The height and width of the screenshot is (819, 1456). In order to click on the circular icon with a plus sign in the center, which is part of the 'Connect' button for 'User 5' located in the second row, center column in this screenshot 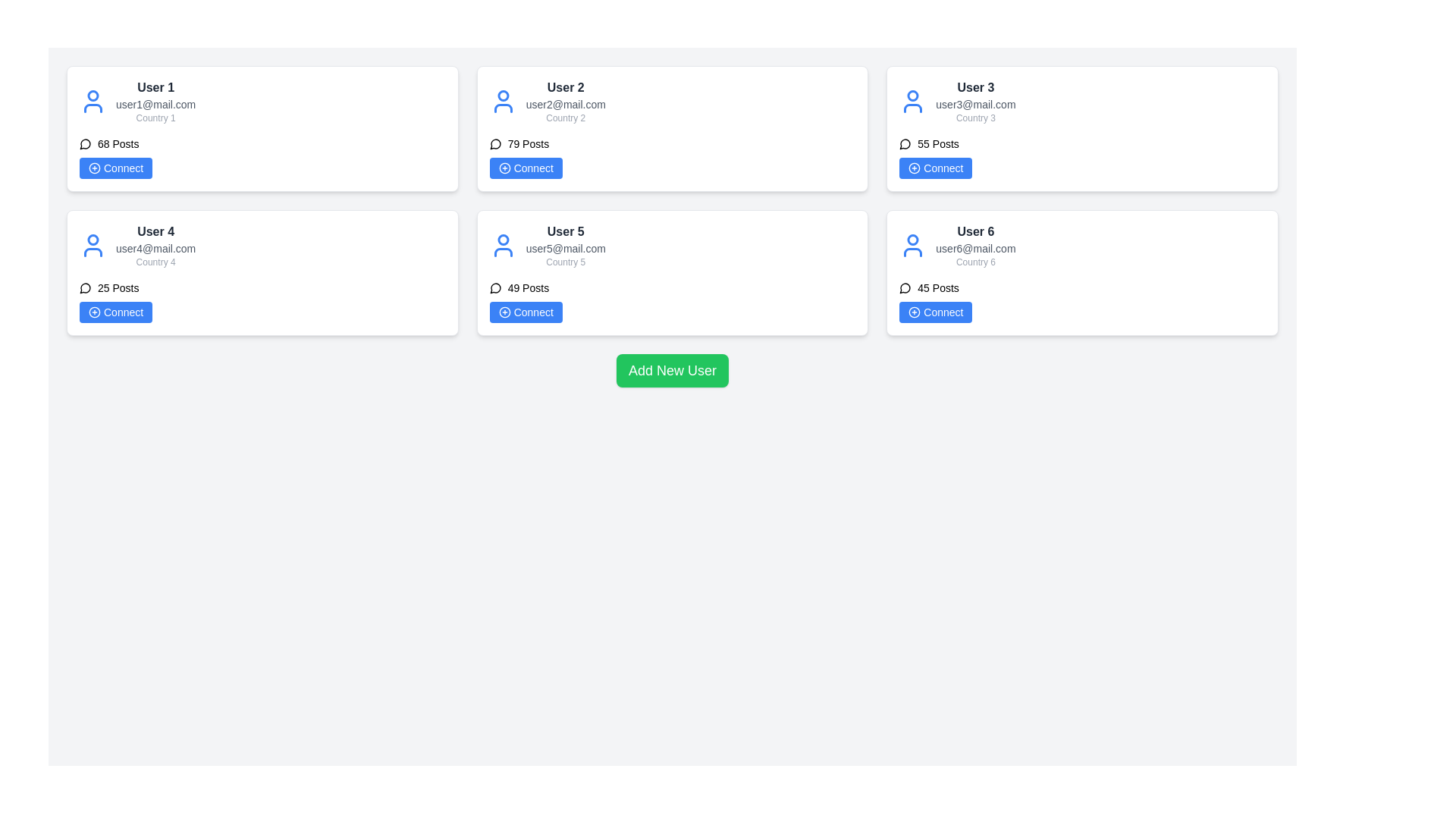, I will do `click(504, 312)`.